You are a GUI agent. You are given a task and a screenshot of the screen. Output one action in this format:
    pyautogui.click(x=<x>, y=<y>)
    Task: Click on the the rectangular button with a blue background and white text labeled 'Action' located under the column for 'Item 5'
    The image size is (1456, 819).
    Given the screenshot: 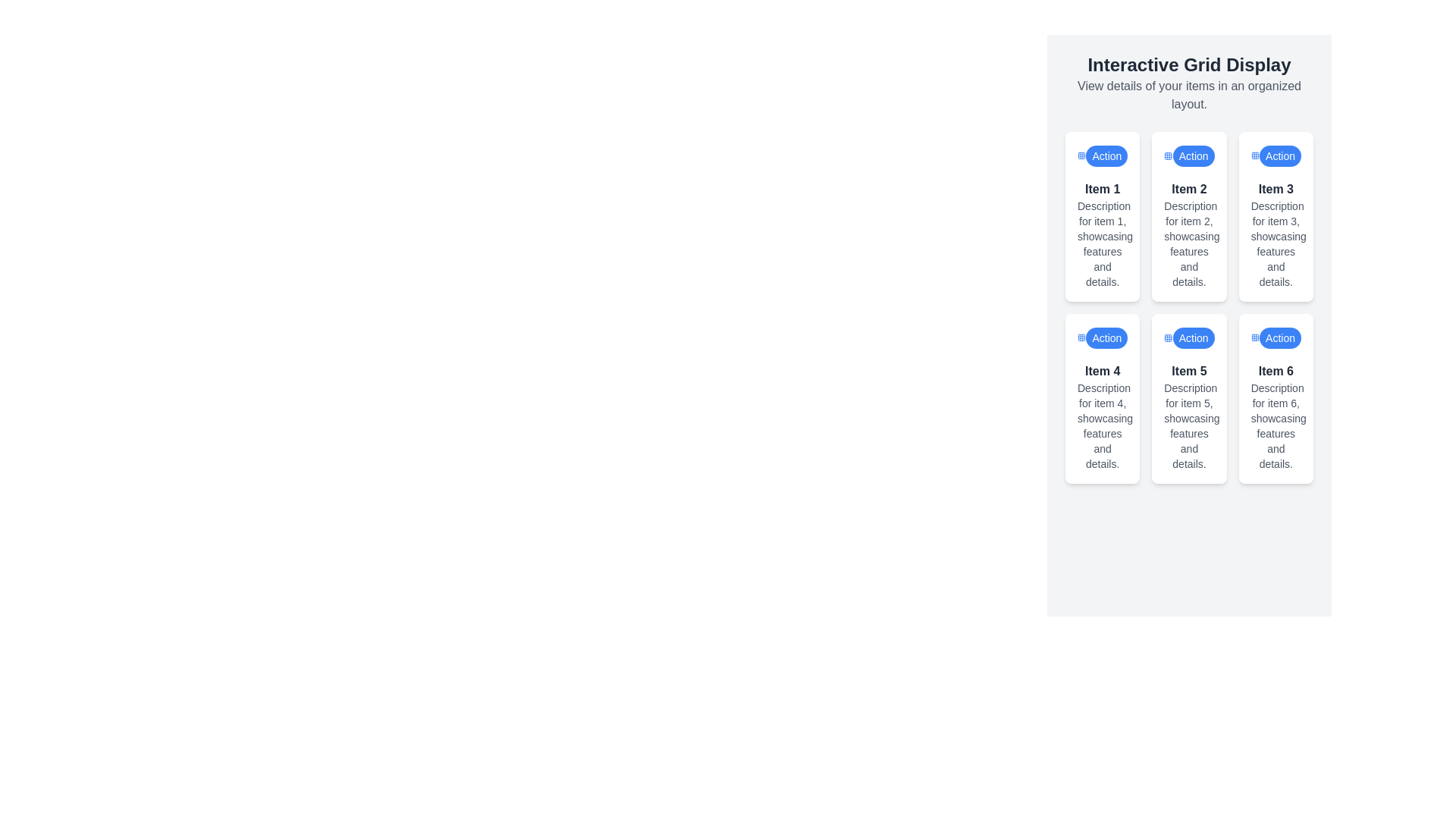 What is the action you would take?
    pyautogui.click(x=1193, y=337)
    